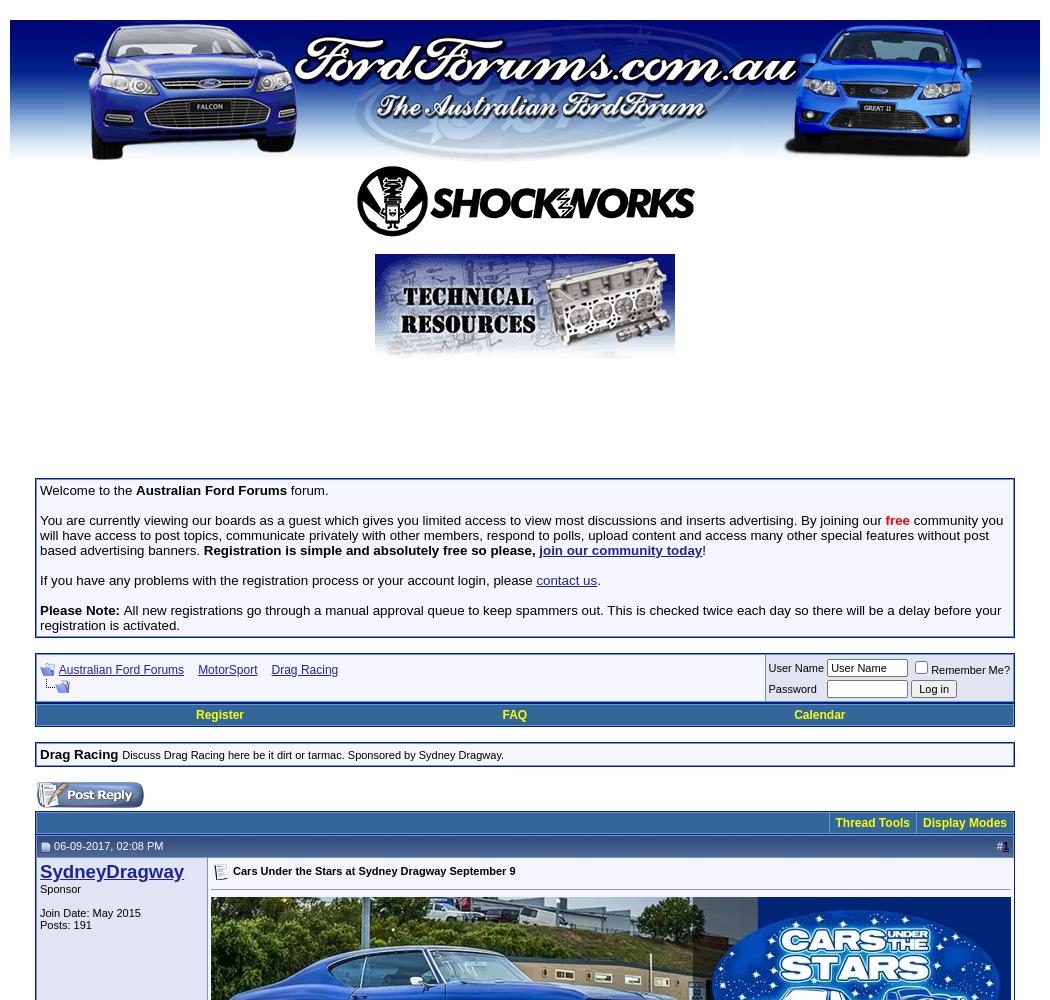  I want to click on 'FAQ', so click(513, 714).